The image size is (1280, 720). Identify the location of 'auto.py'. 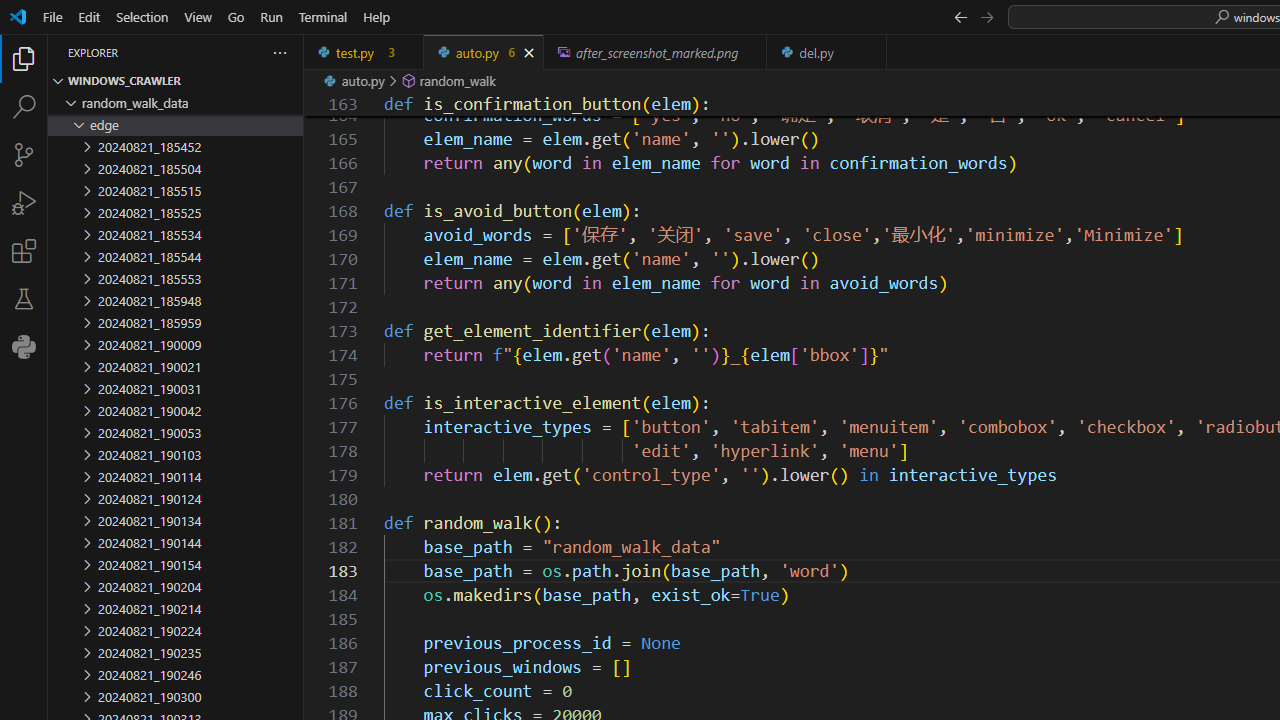
(483, 51).